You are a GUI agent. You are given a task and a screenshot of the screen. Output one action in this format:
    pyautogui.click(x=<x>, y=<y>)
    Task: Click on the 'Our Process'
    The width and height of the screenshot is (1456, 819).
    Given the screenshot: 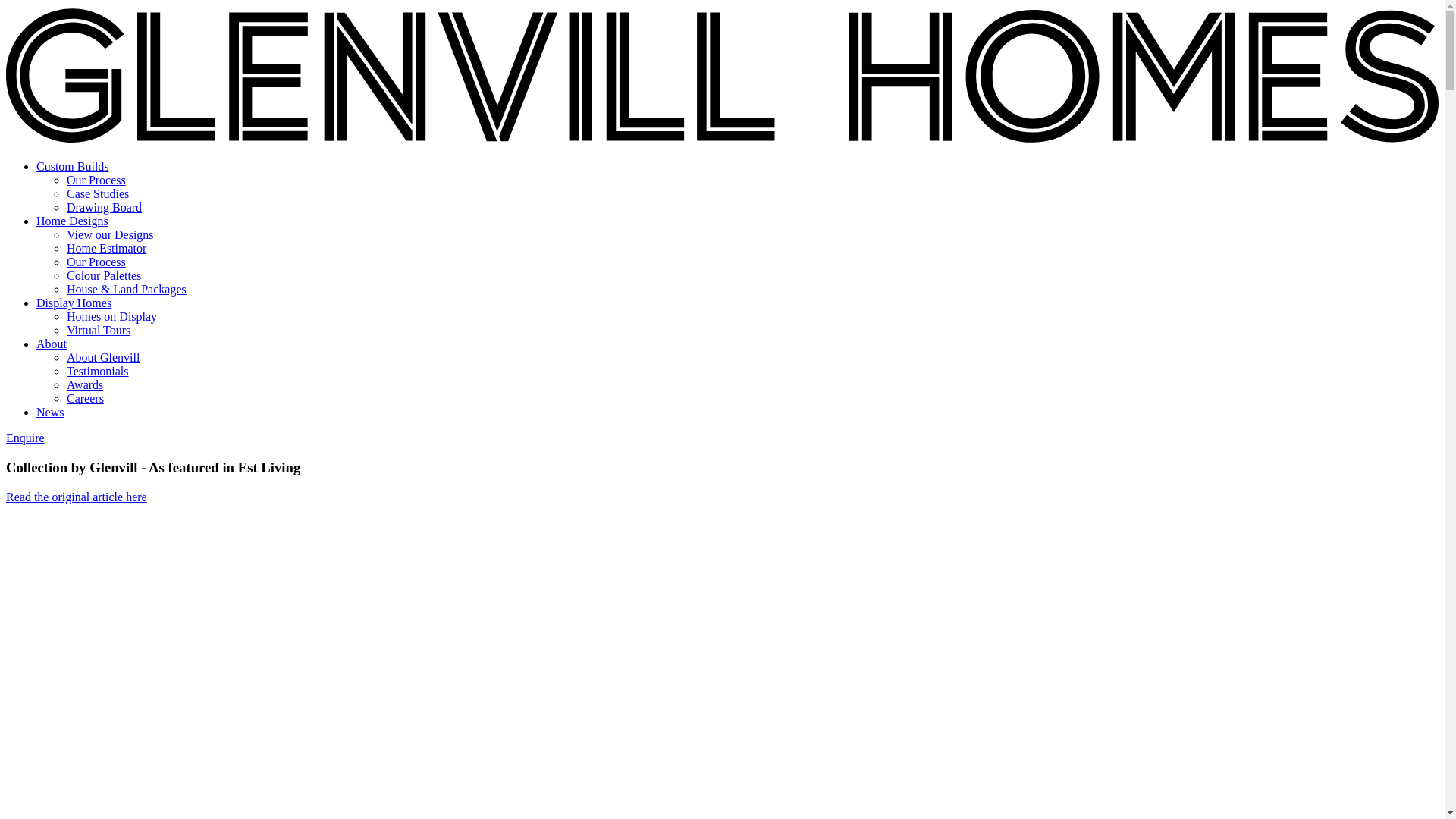 What is the action you would take?
    pyautogui.click(x=65, y=179)
    